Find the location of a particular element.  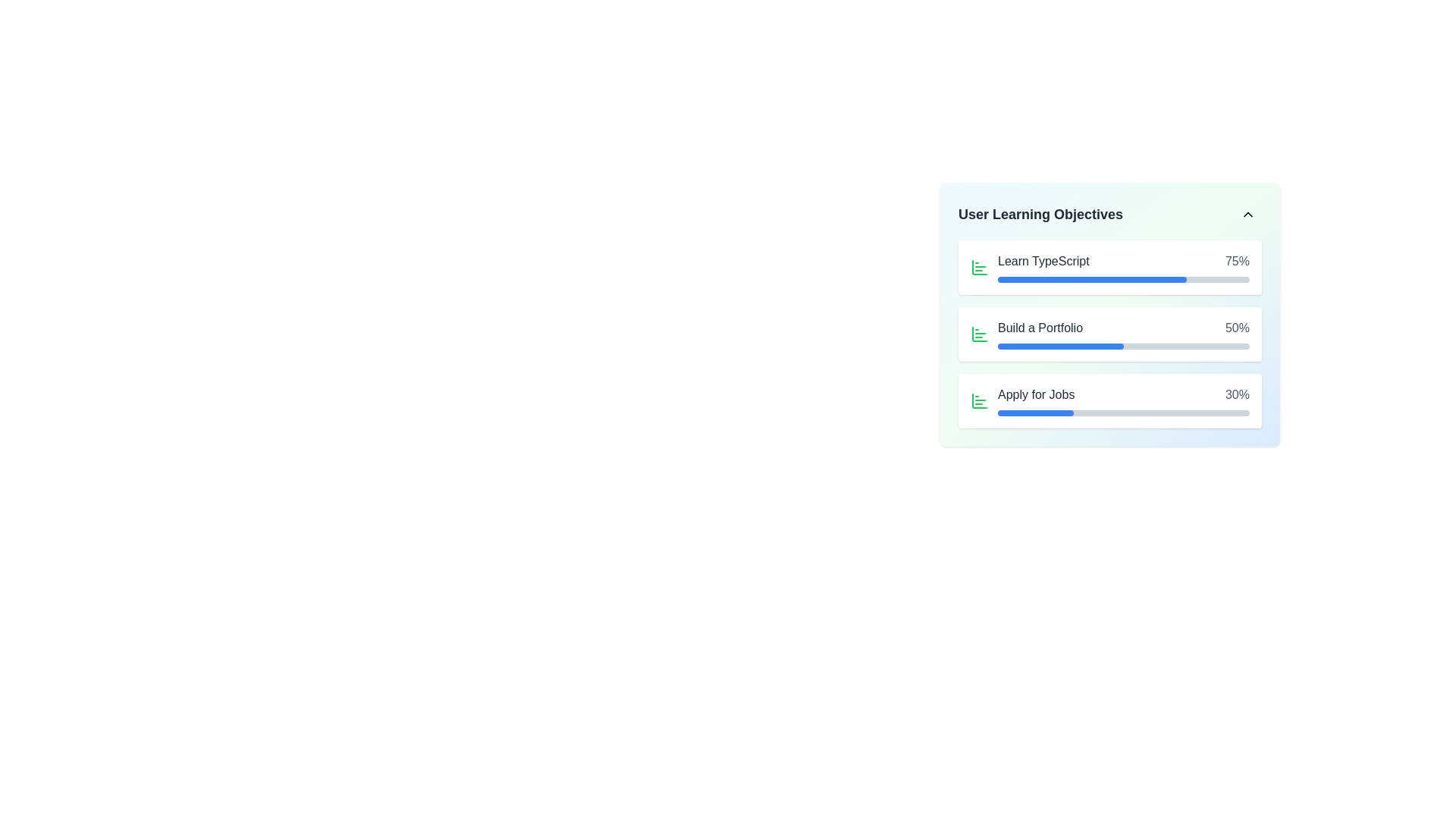

the green outline bar chart icon representing the learning objective 'Learn TypeScript', which is the first icon in the list item is located at coordinates (979, 267).